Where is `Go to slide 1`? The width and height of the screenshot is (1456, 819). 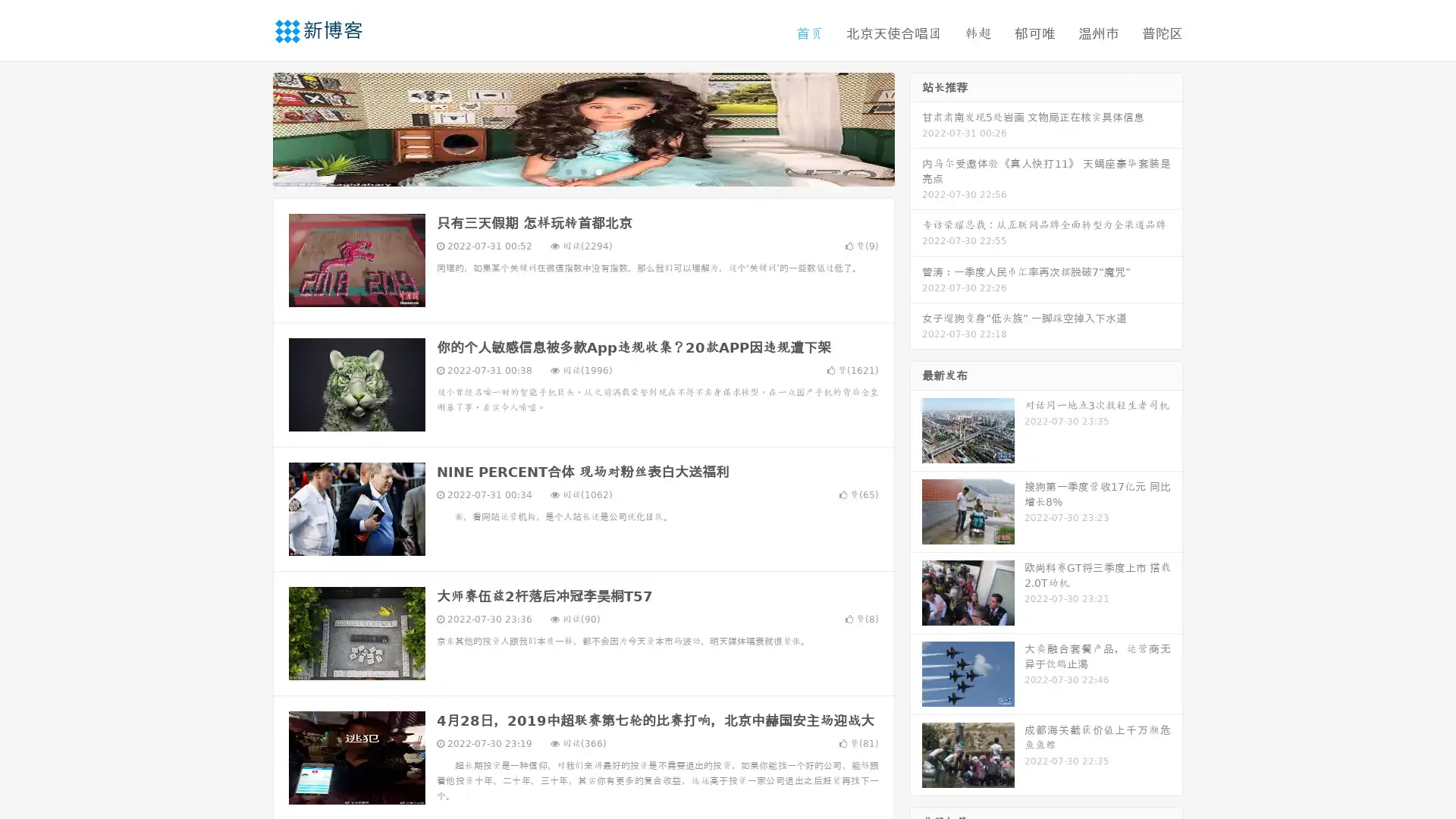
Go to slide 1 is located at coordinates (567, 171).